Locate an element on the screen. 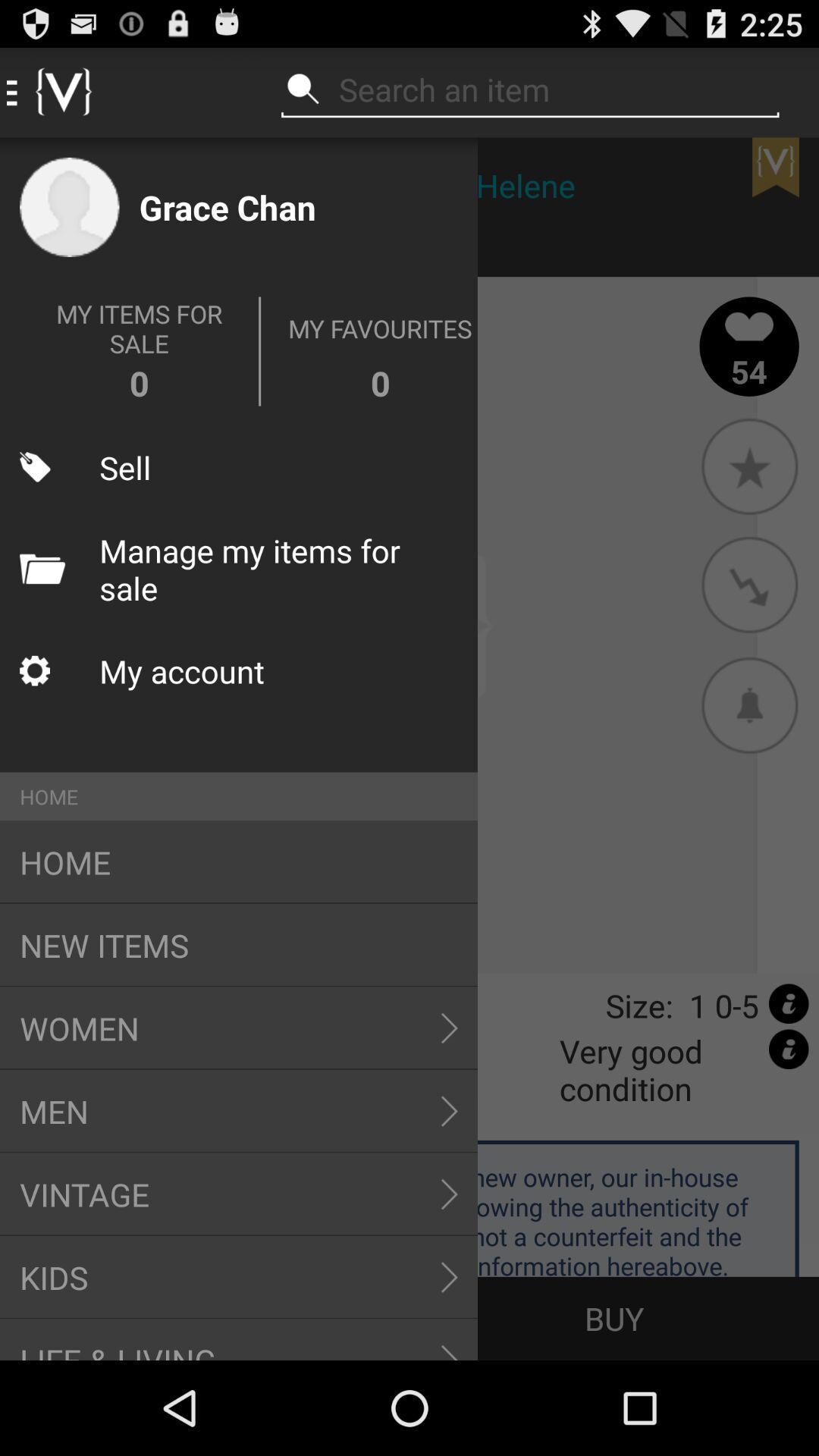  the avatar icon is located at coordinates (69, 221).